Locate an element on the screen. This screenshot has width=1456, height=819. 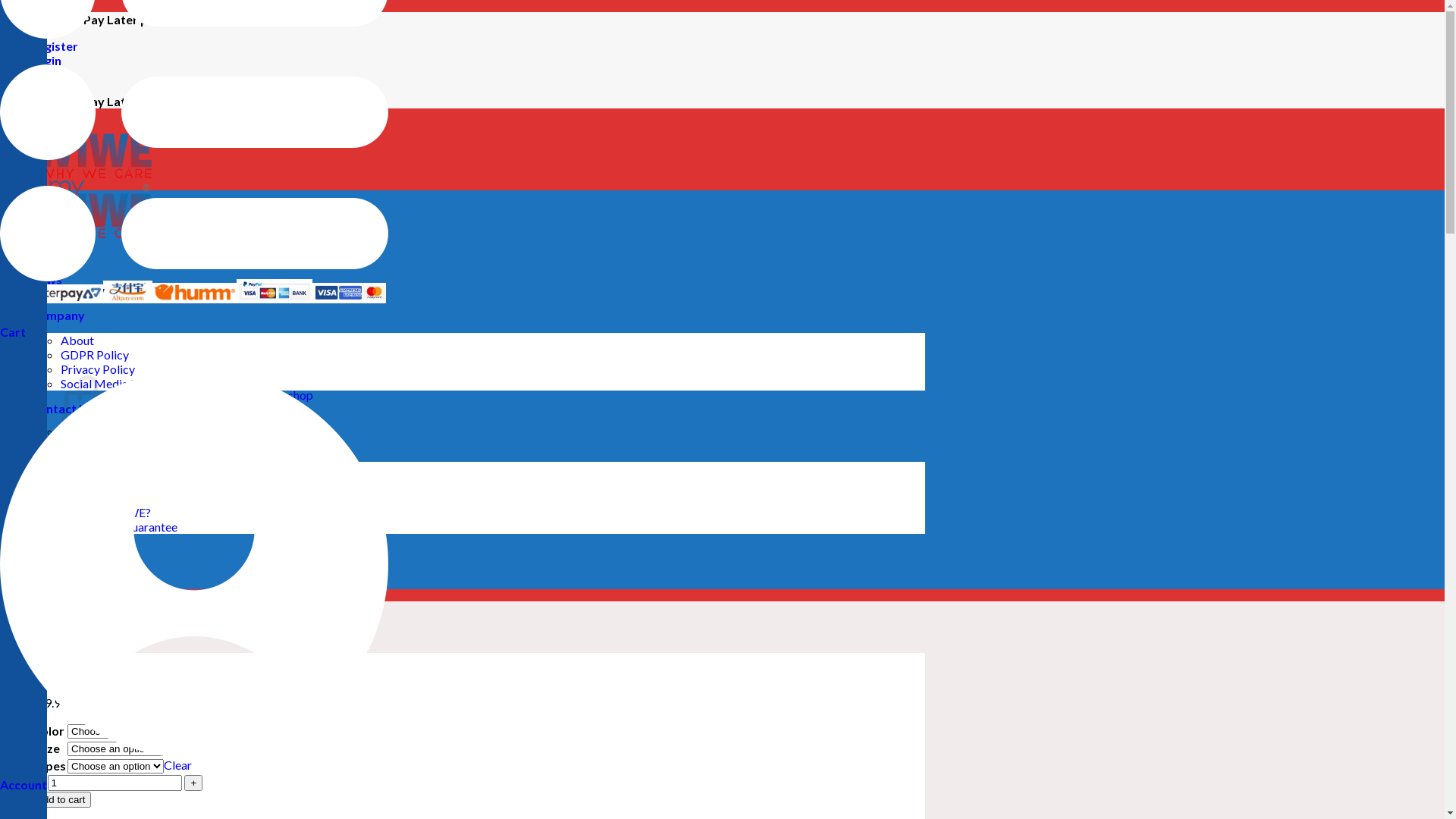
'What is a WIWE?' is located at coordinates (105, 512).